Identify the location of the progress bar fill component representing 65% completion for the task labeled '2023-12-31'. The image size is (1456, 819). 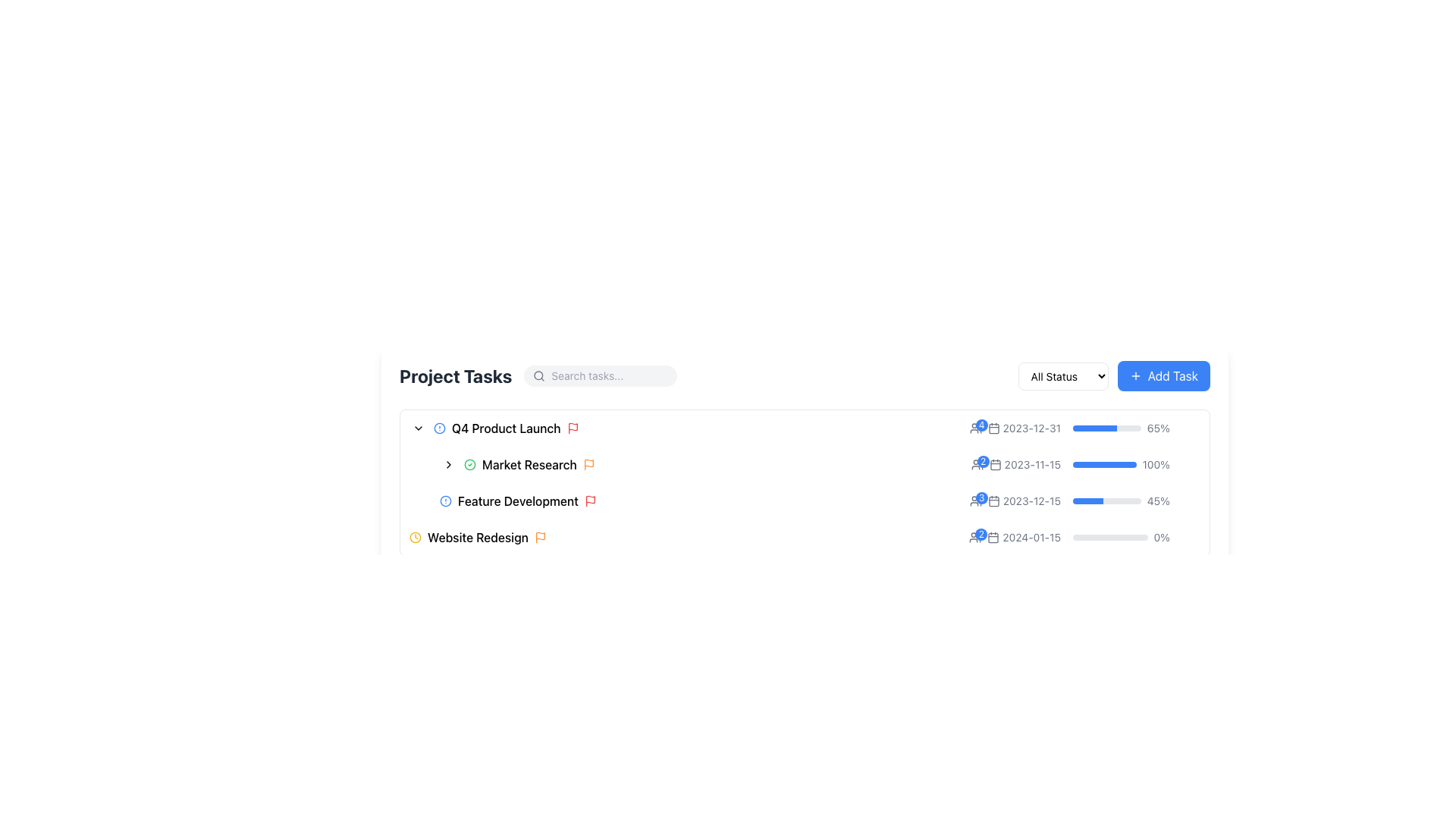
(1095, 428).